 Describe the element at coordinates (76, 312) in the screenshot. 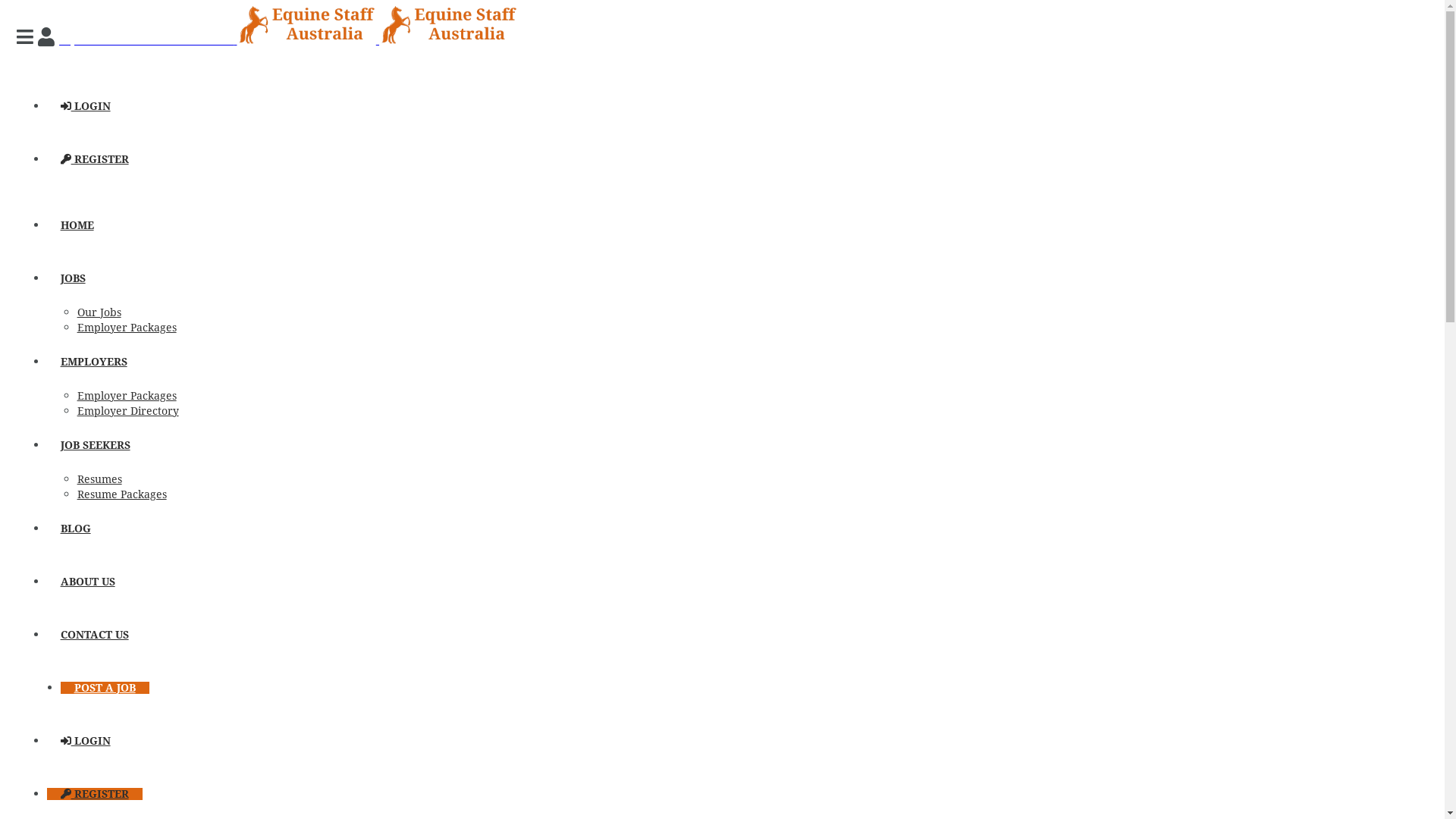

I see `'Our Jobs'` at that location.